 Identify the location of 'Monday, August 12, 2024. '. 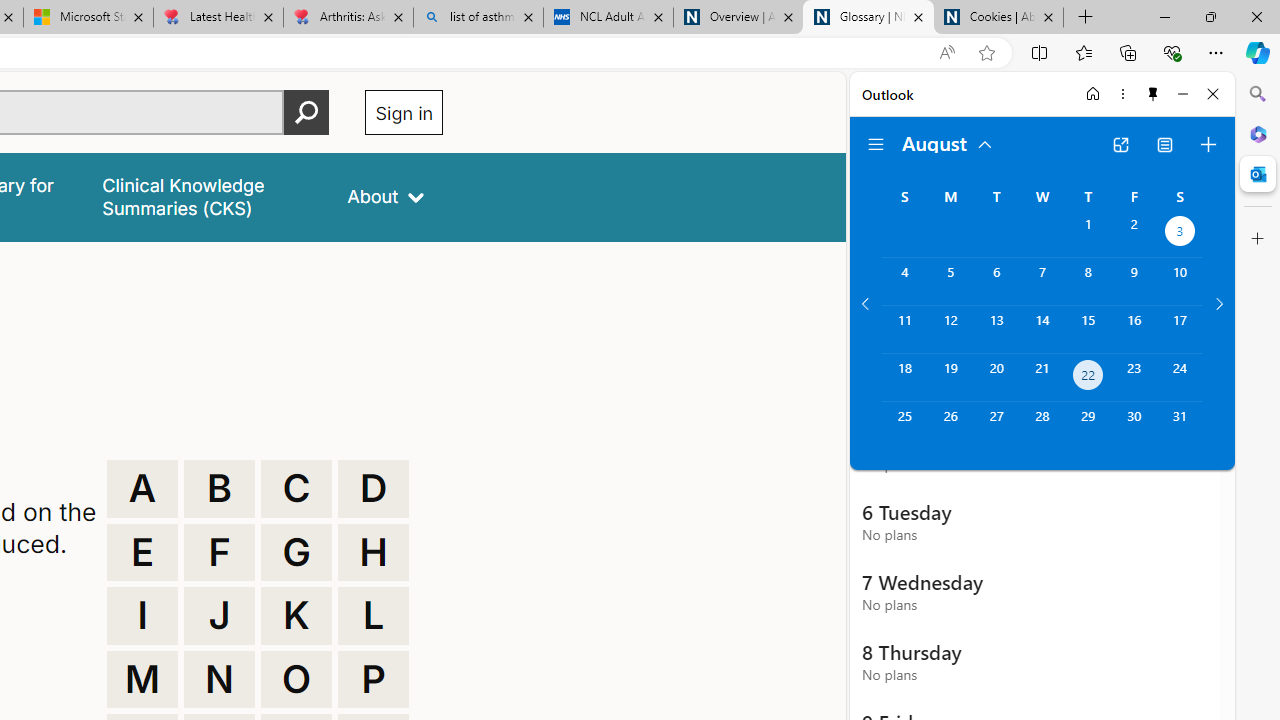
(949, 328).